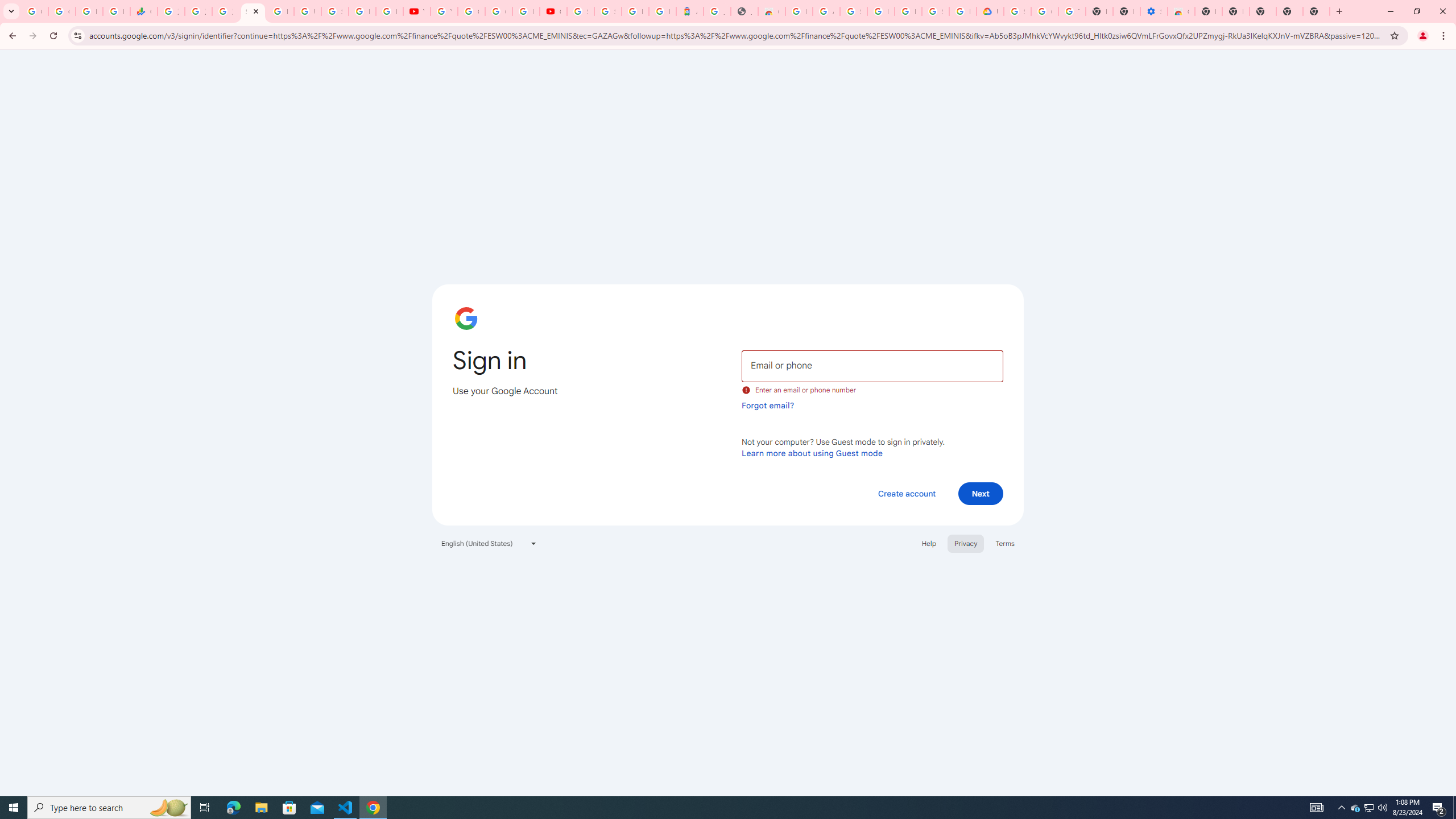 The image size is (1456, 819). What do you see at coordinates (928, 543) in the screenshot?
I see `'Help'` at bounding box center [928, 543].